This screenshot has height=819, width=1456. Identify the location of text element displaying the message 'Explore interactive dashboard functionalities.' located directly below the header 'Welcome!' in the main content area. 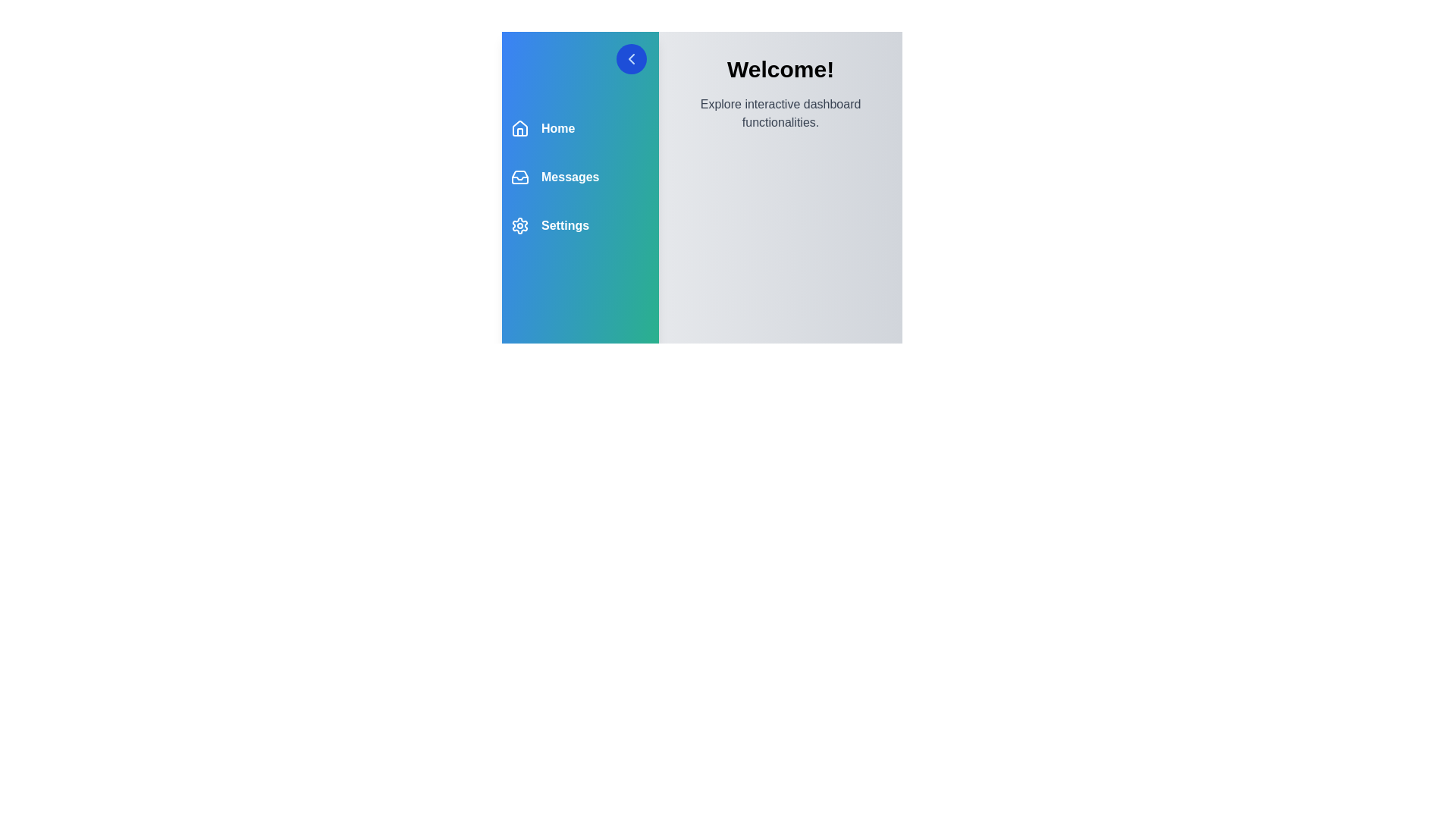
(780, 113).